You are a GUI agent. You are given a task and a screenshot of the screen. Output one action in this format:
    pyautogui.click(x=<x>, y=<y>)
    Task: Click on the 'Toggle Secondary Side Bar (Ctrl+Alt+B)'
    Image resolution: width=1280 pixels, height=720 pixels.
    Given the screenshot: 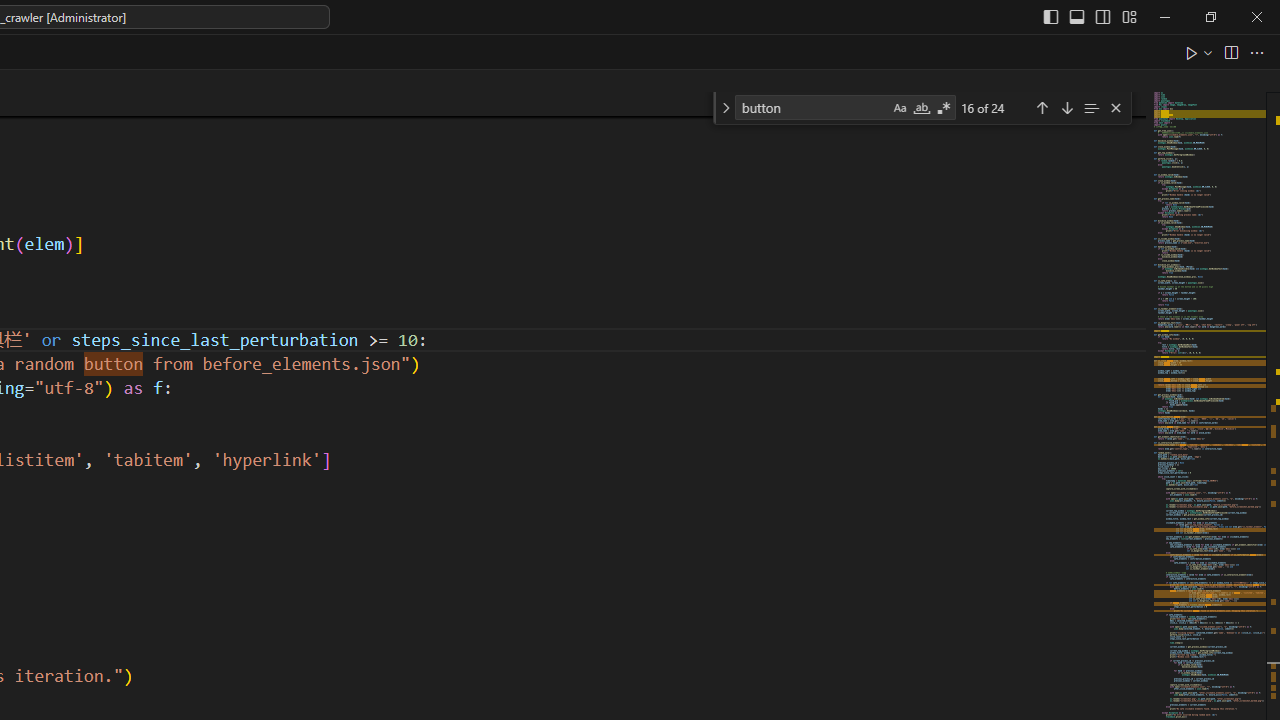 What is the action you would take?
    pyautogui.click(x=1101, y=16)
    